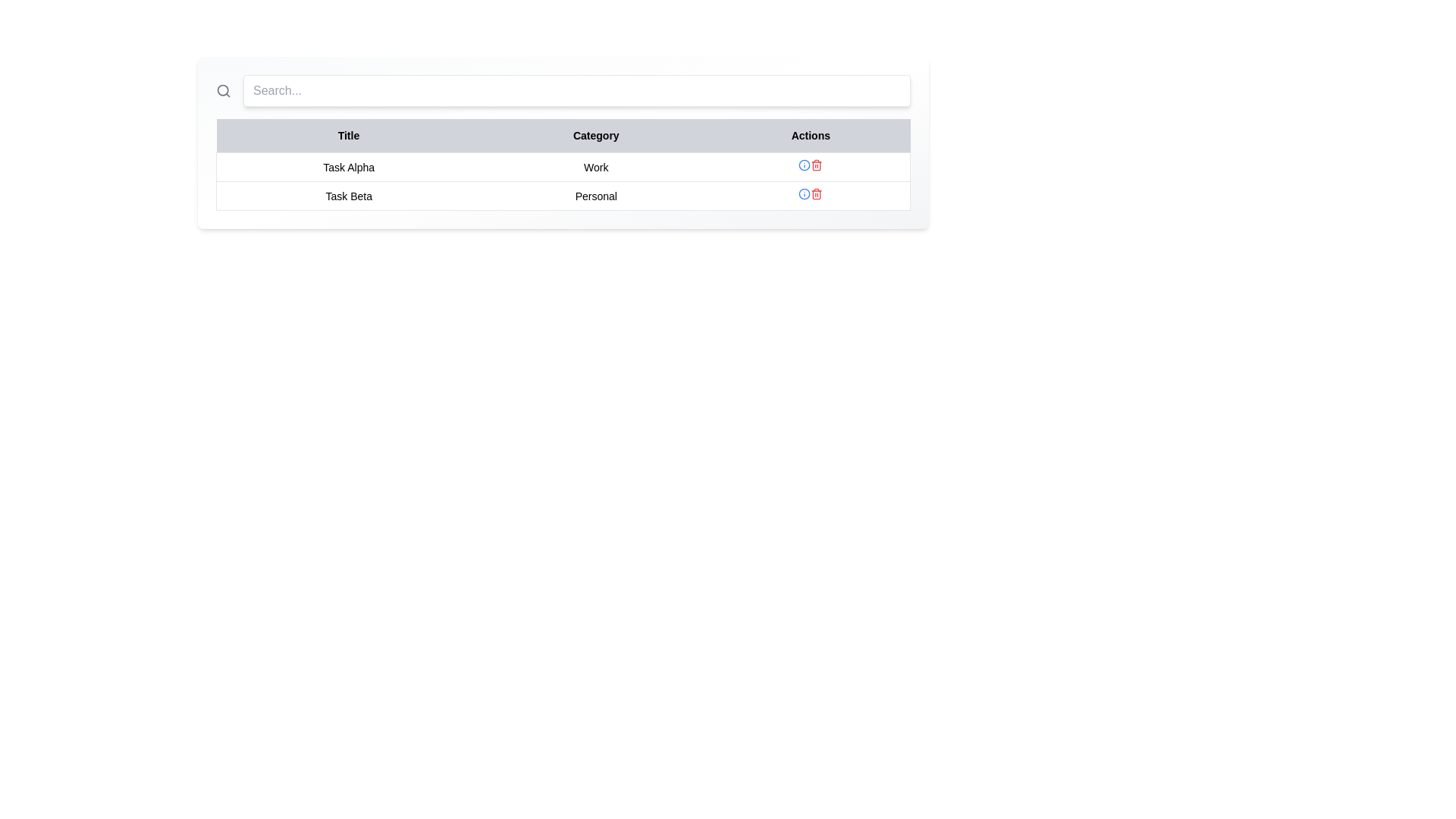  Describe the element at coordinates (348, 135) in the screenshot. I see `text from the Label that displays 'Title', which is located at the upper left of the header row in a table-like layout` at that location.